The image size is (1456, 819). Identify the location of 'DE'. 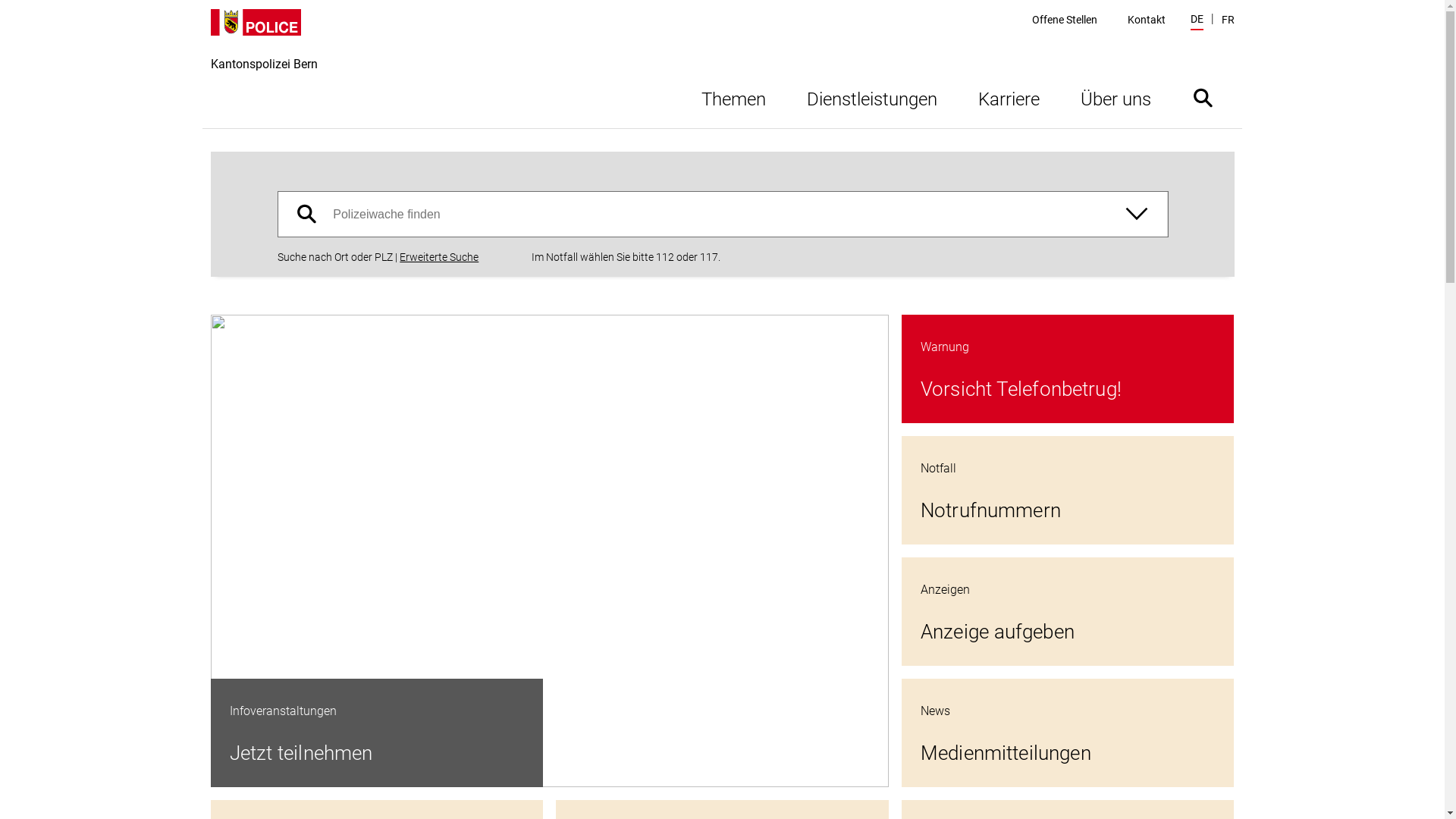
(1196, 20).